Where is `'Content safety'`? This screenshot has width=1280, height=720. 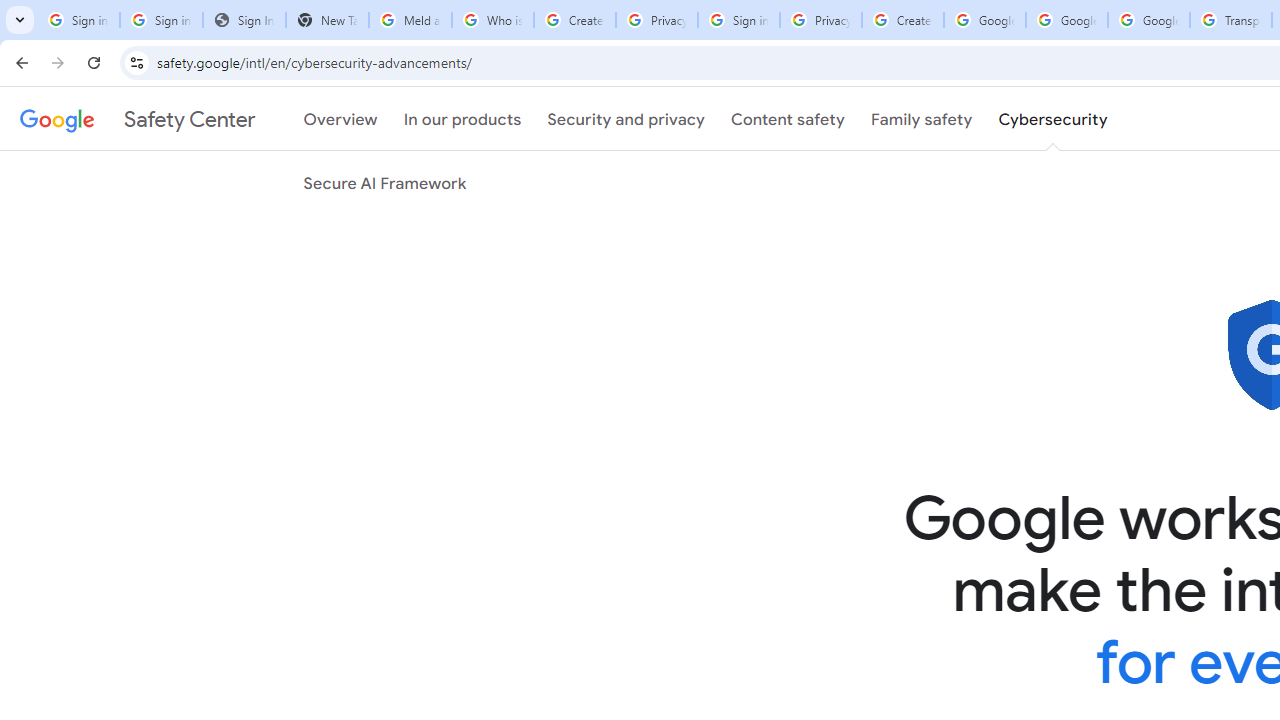 'Content safety' is located at coordinates (786, 119).